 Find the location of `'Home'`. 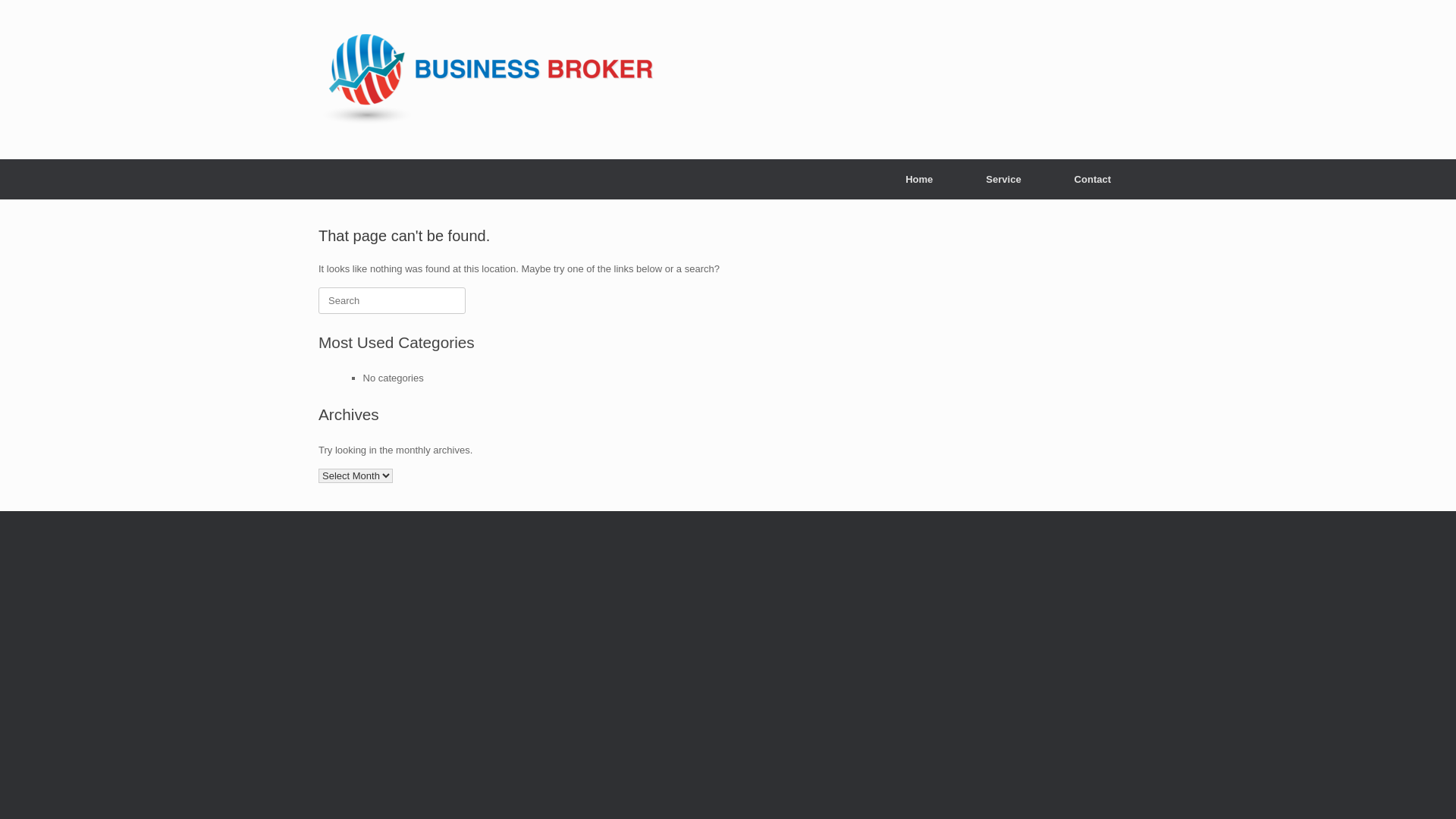

'Home' is located at coordinates (918, 178).